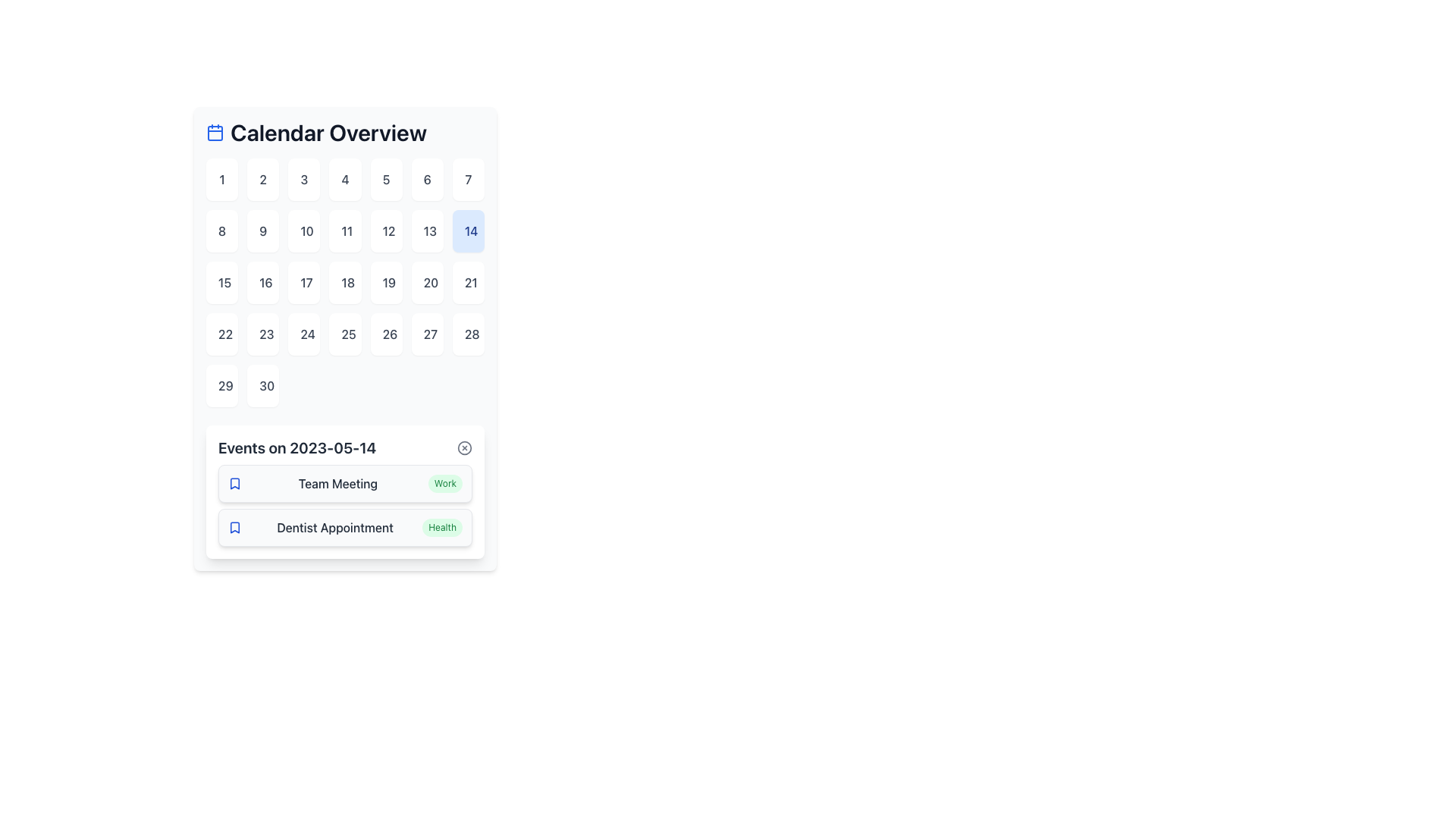 This screenshot has width=1456, height=819. I want to click on the button labeled '23', so click(263, 333).